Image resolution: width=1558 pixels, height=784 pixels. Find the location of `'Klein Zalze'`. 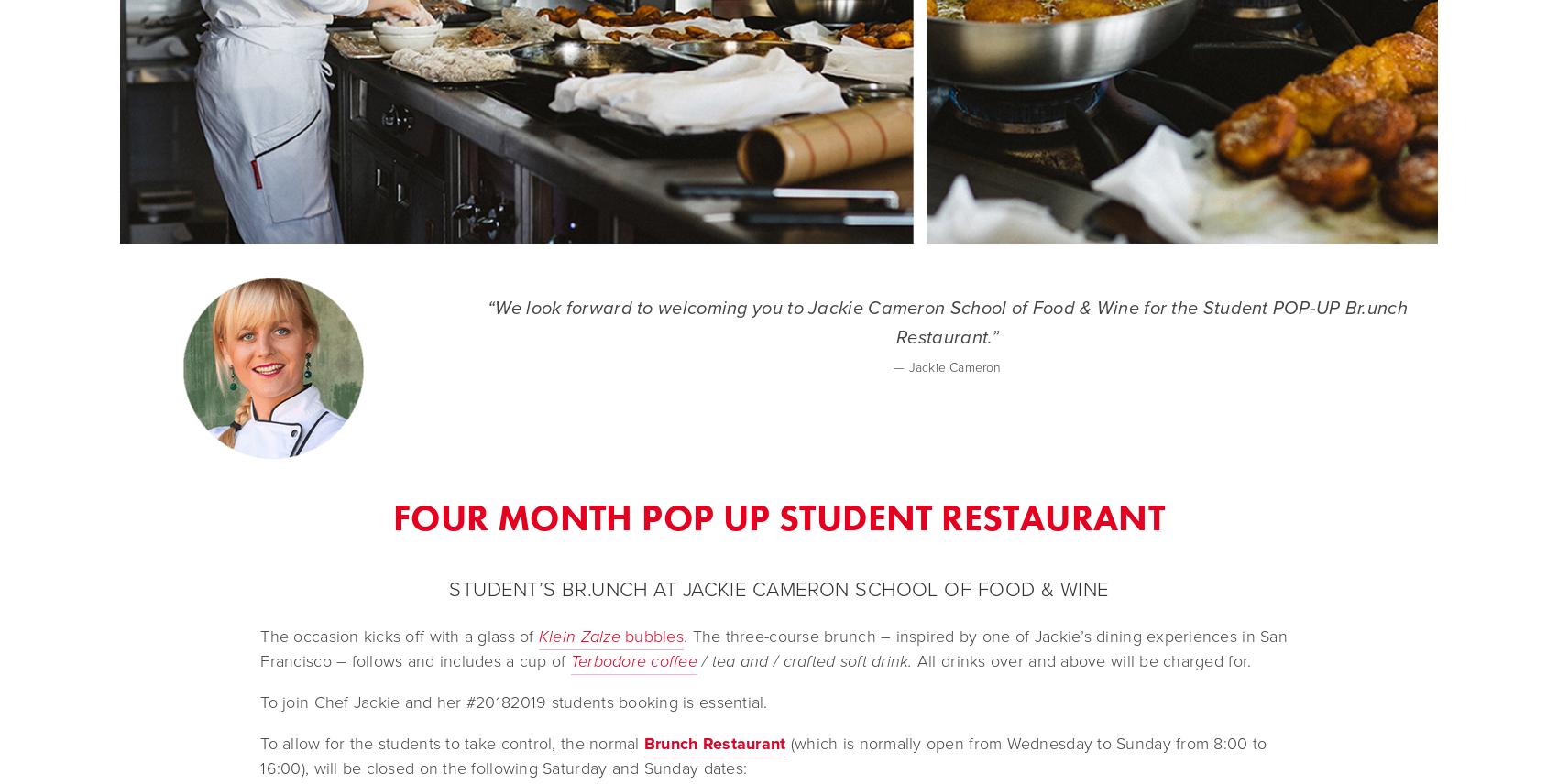

'Klein Zalze' is located at coordinates (577, 635).